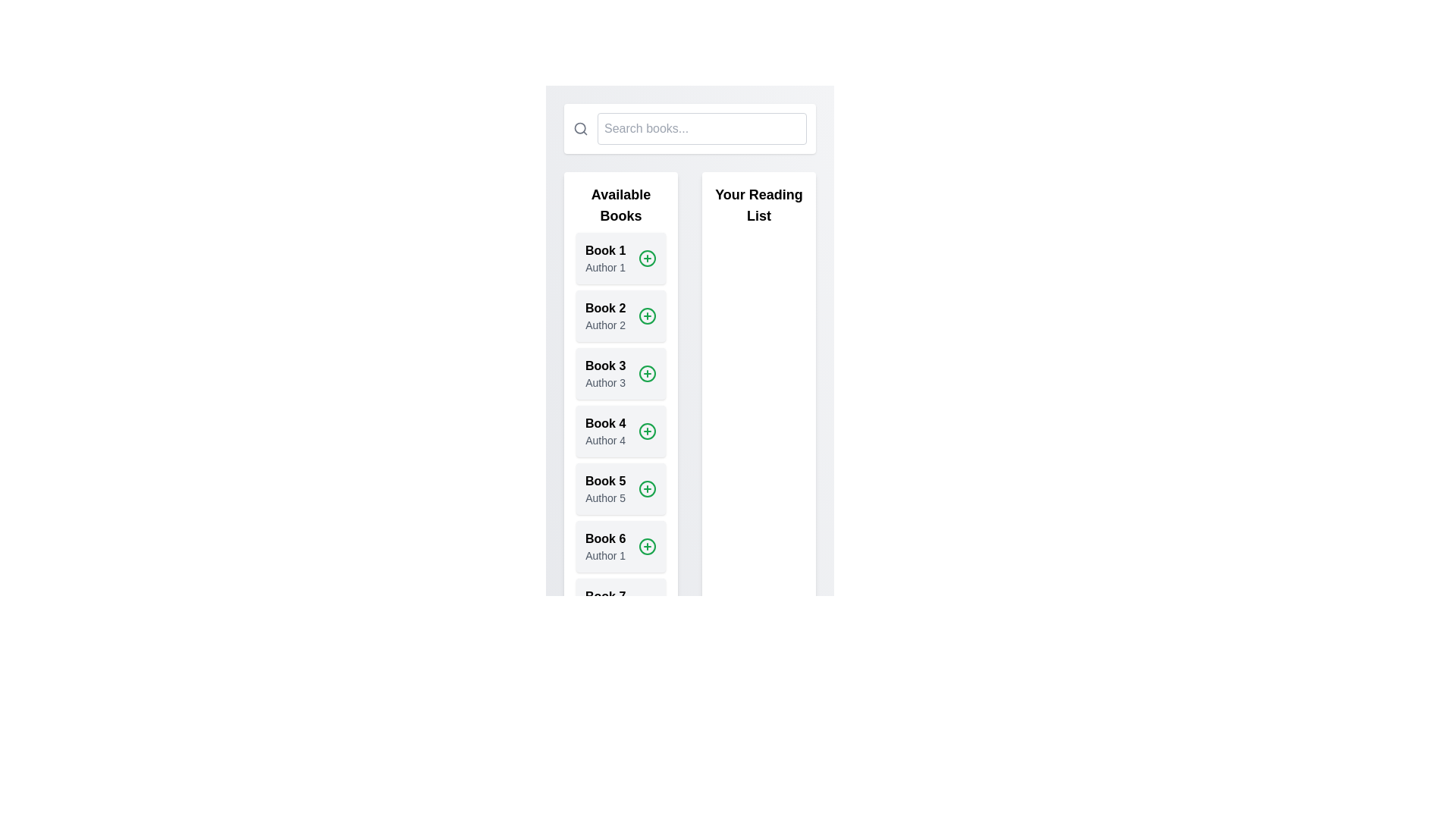 The image size is (1456, 819). What do you see at coordinates (604, 324) in the screenshot?
I see `the text label displaying the author's name for 'Book 2' located in the left panel under 'Available Books'` at bounding box center [604, 324].